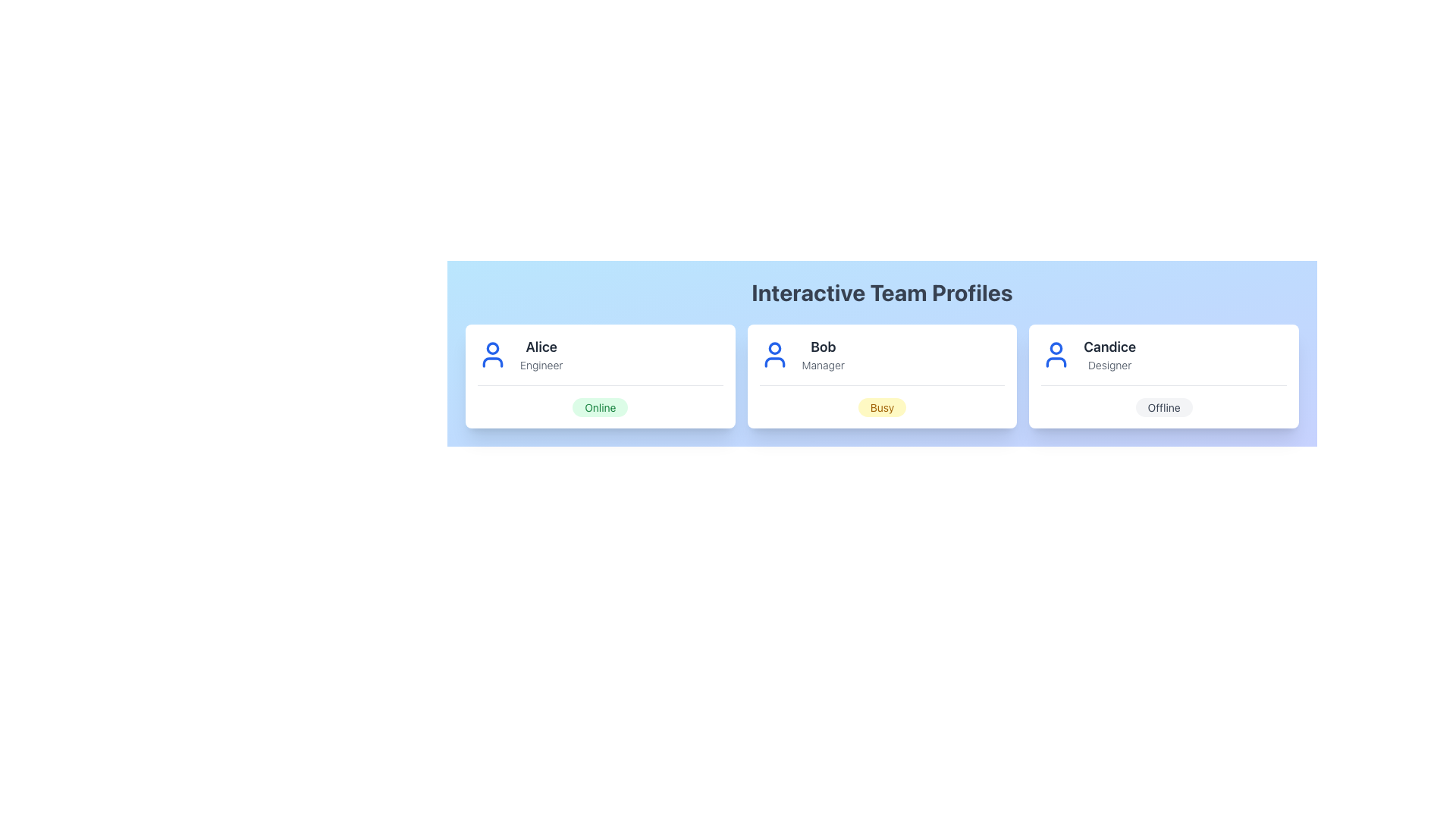 This screenshot has width=1456, height=819. Describe the element at coordinates (822, 347) in the screenshot. I see `name 'Bob' displayed in the bold, dark gray text at the top of the second profile card, which is centrally positioned among three horizontally aligned profile cards` at that location.